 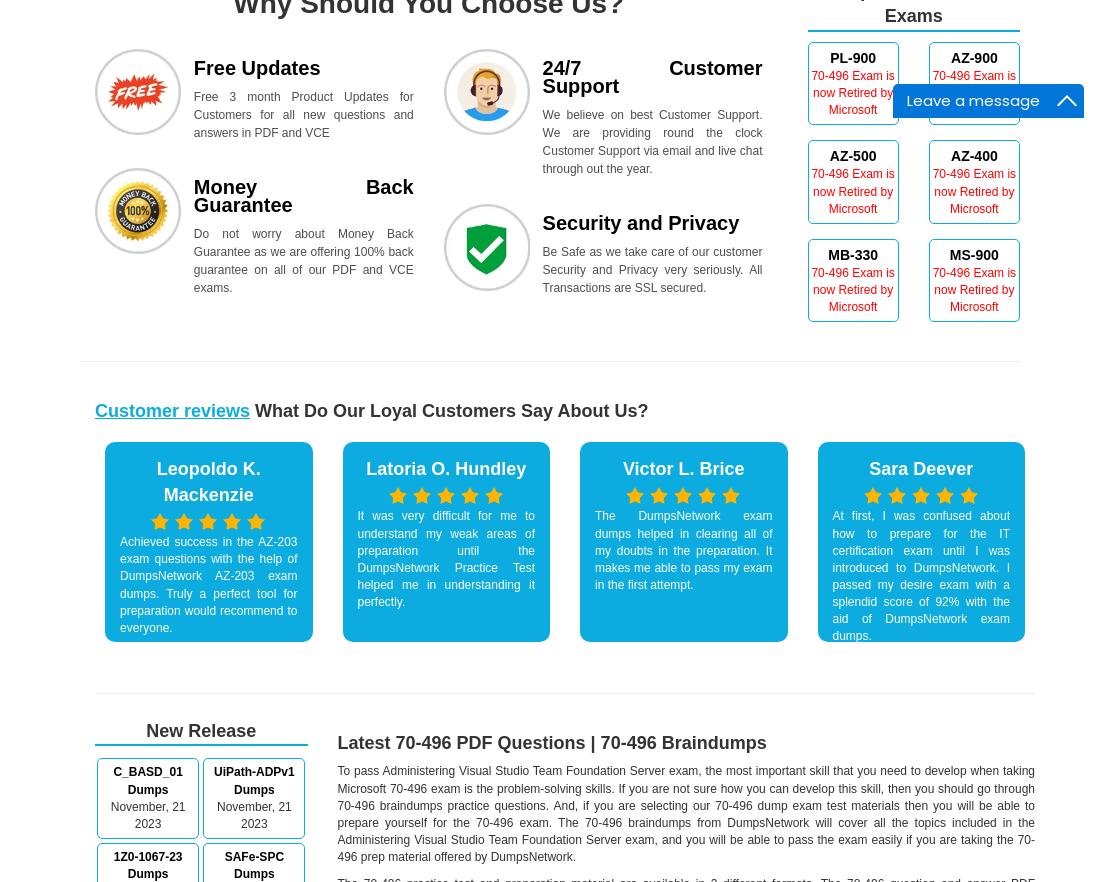 I want to click on 'Money Back Guarantee', so click(x=302, y=195).